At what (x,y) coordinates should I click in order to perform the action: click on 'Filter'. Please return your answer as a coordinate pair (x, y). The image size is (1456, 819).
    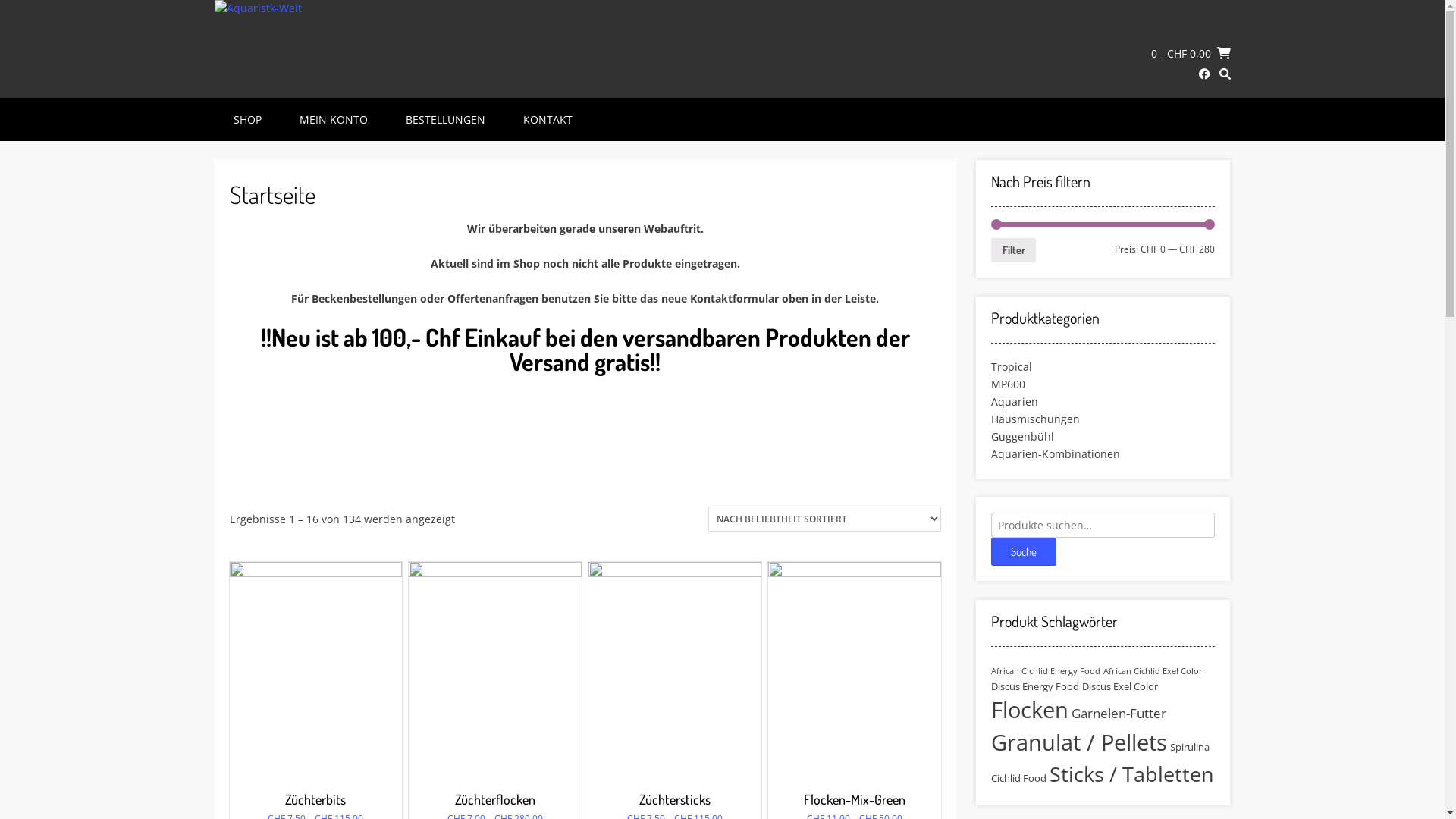
    Looking at the image, I should click on (1012, 249).